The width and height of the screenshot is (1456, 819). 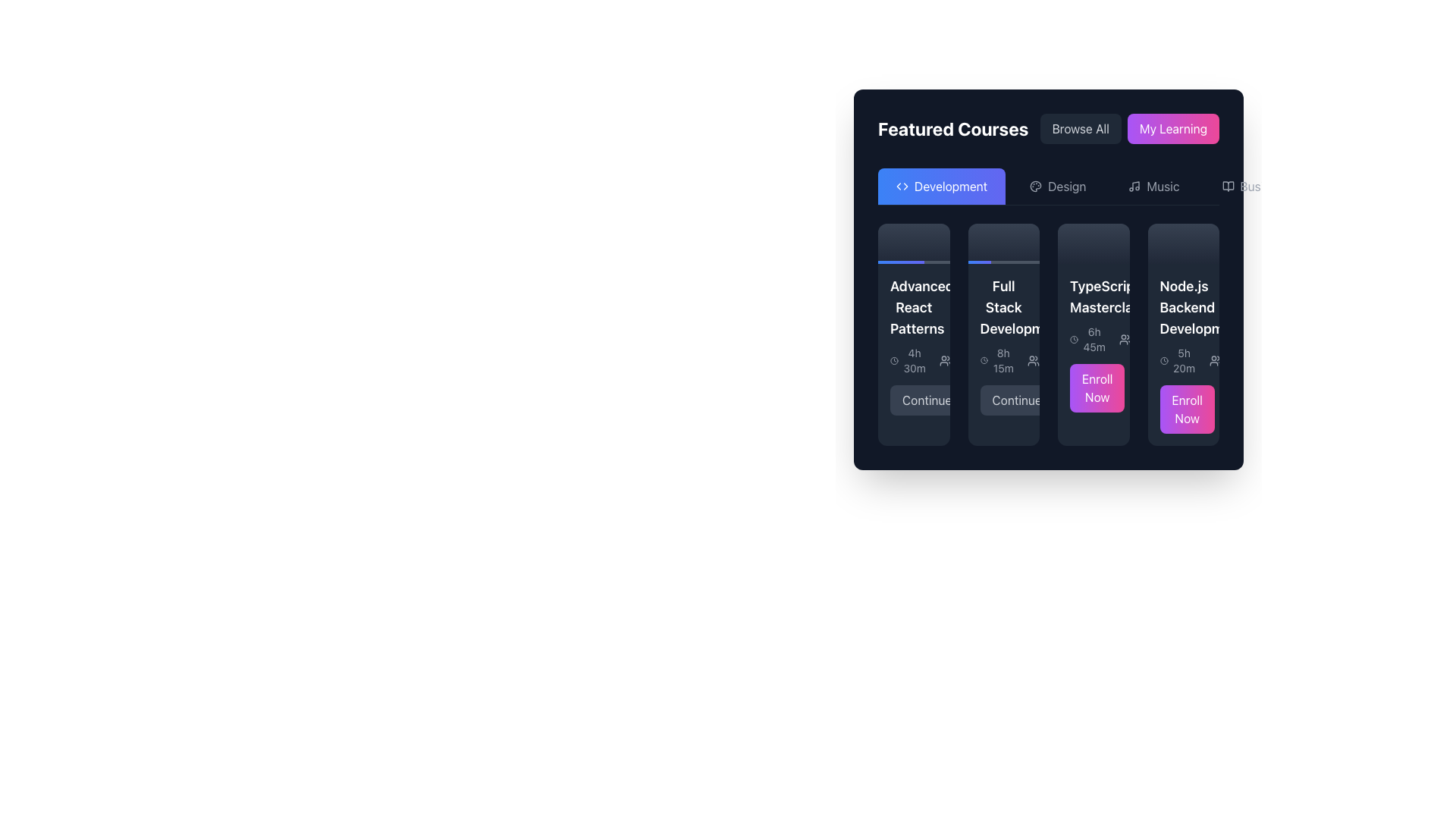 What do you see at coordinates (1182, 334) in the screenshot?
I see `the Course card for the 'Node.js Backend Development' course, located as the fourth card in a horizontal grid layout, to trigger any additional effects or animations` at bounding box center [1182, 334].